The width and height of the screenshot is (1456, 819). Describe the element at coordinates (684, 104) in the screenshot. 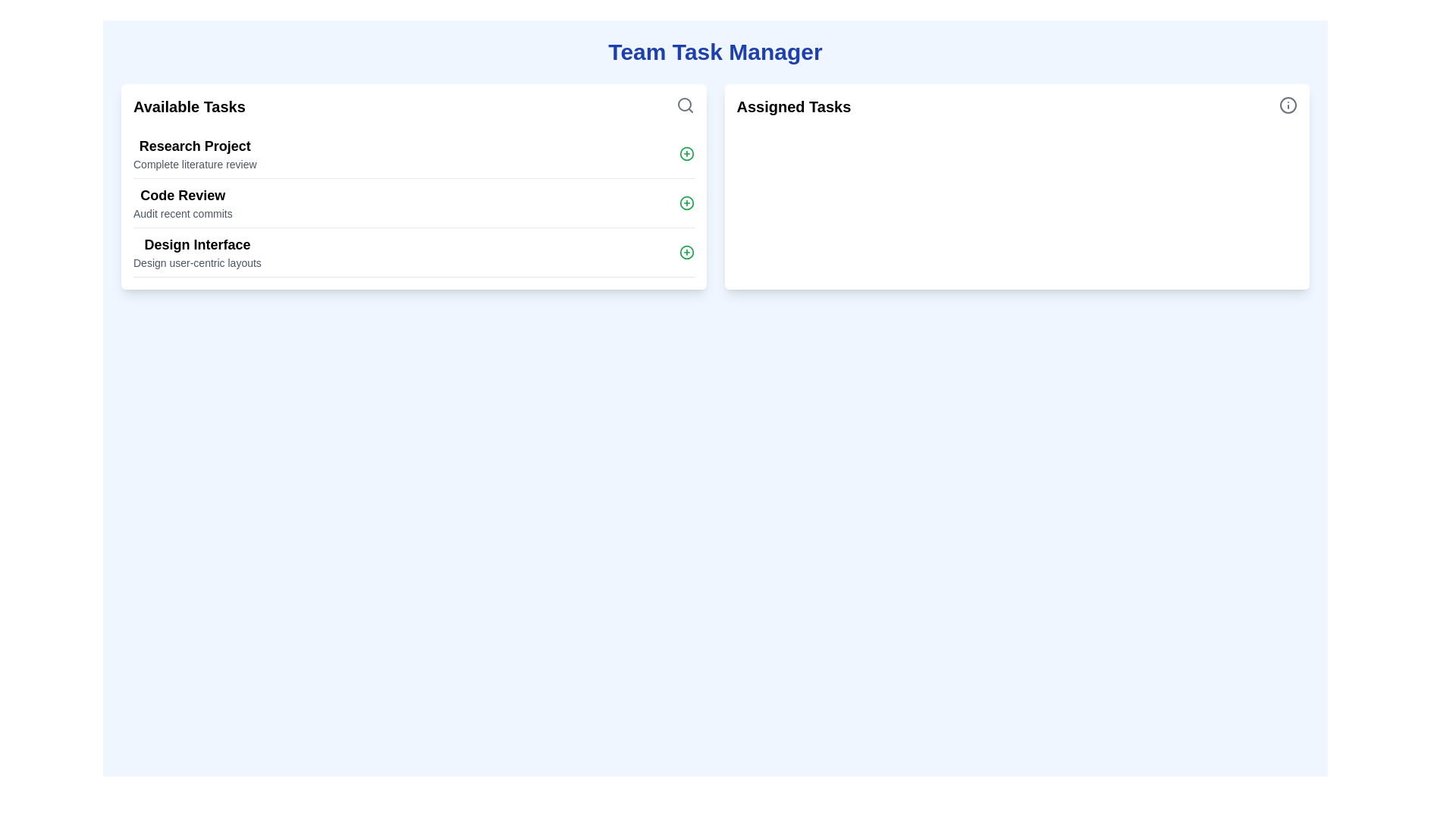

I see `the magnifying glass icon located in the top right corner of the 'Available Tasks' section` at that location.